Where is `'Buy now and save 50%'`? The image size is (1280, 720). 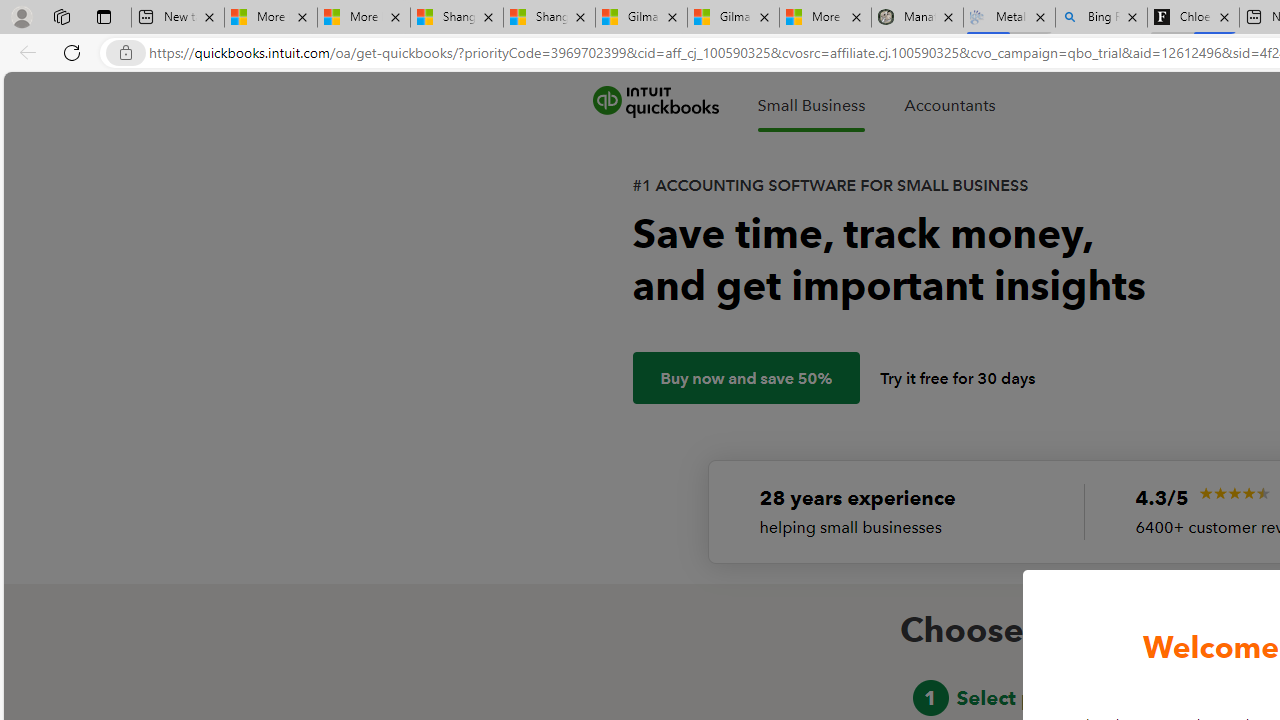
'Buy now and save 50%' is located at coordinates (745, 378).